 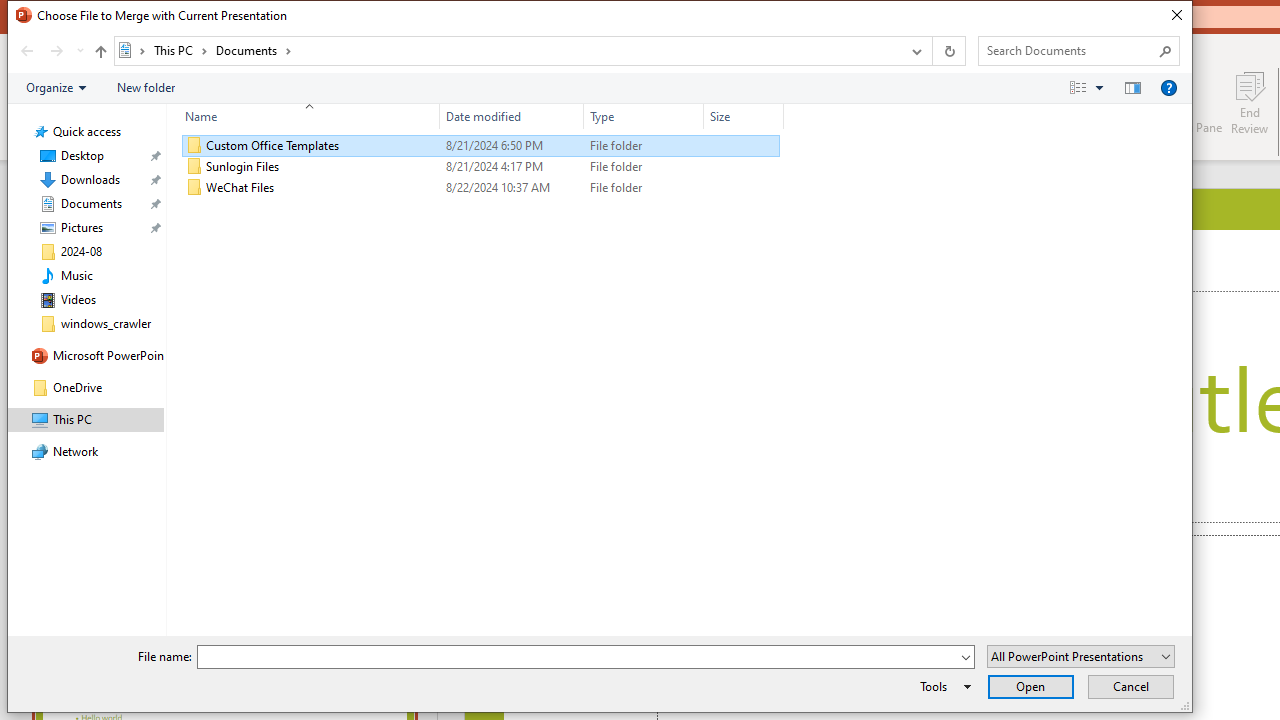 I want to click on 'All locations', so click(x=131, y=49).